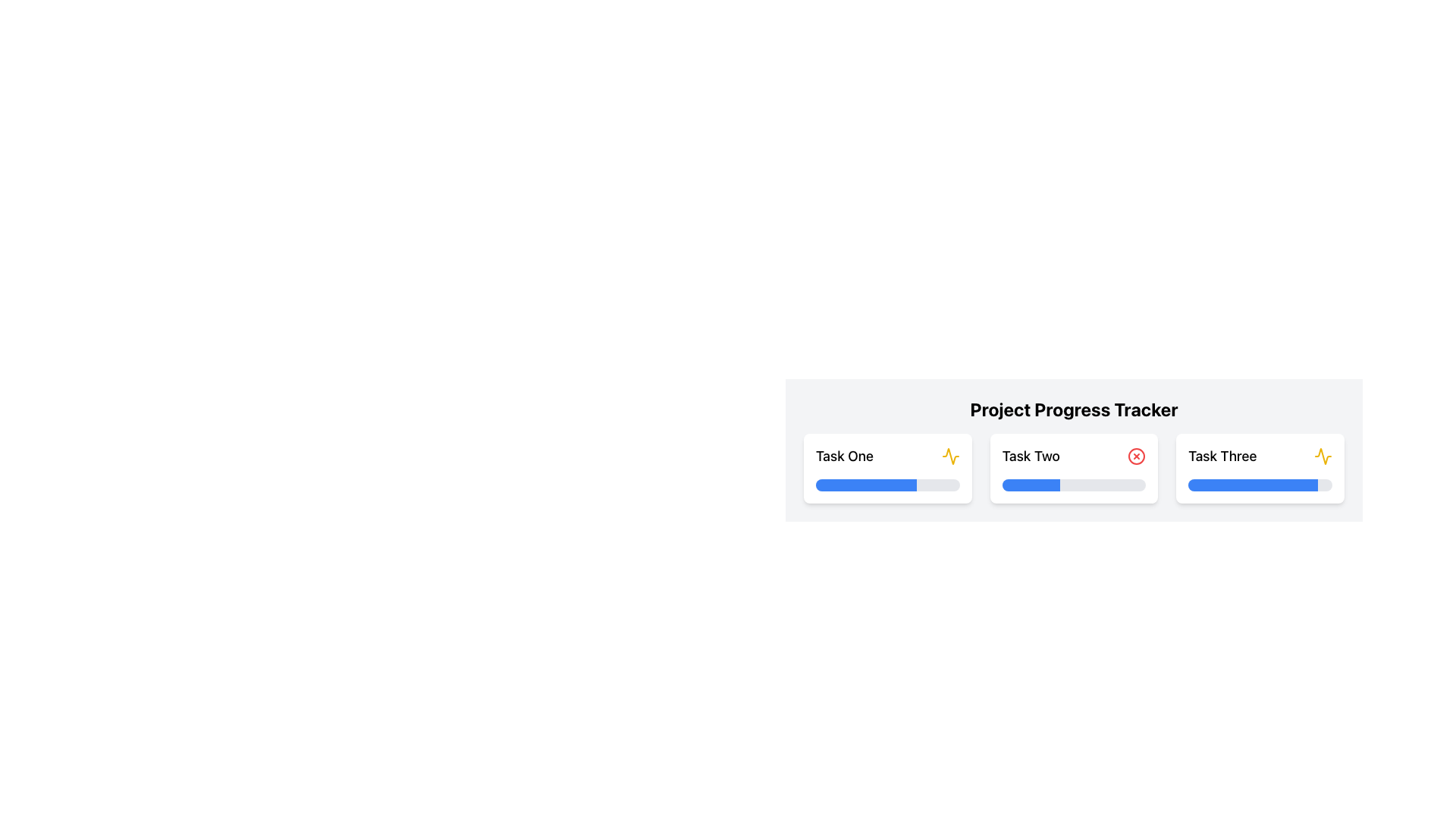 The image size is (1456, 819). I want to click on the yellow line graph icon located to the right of the text 'Task Three' in the task series, so click(1323, 455).